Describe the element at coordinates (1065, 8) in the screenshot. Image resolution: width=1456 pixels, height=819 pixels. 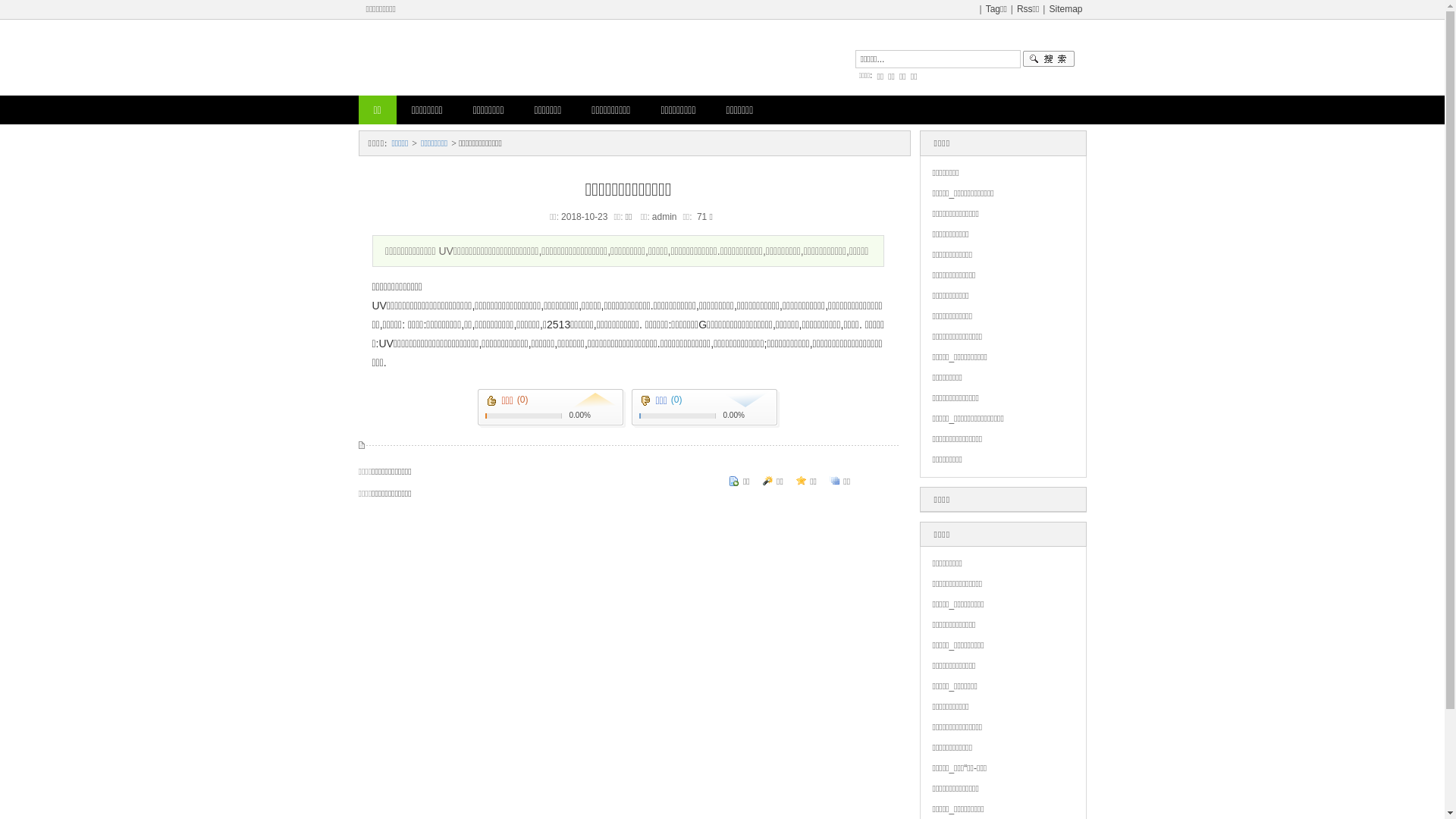
I see `'Sitemap'` at that location.